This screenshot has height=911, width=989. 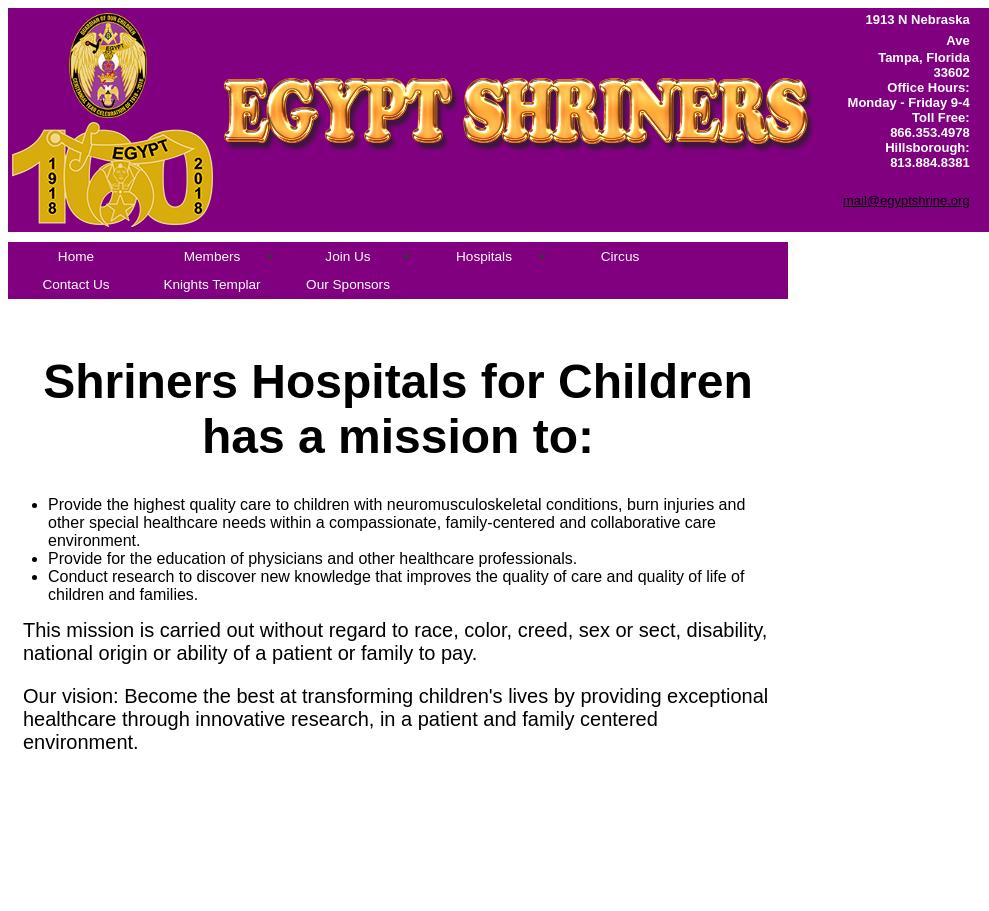 I want to click on 'Tampa, Florida 33602', so click(x=878, y=64).